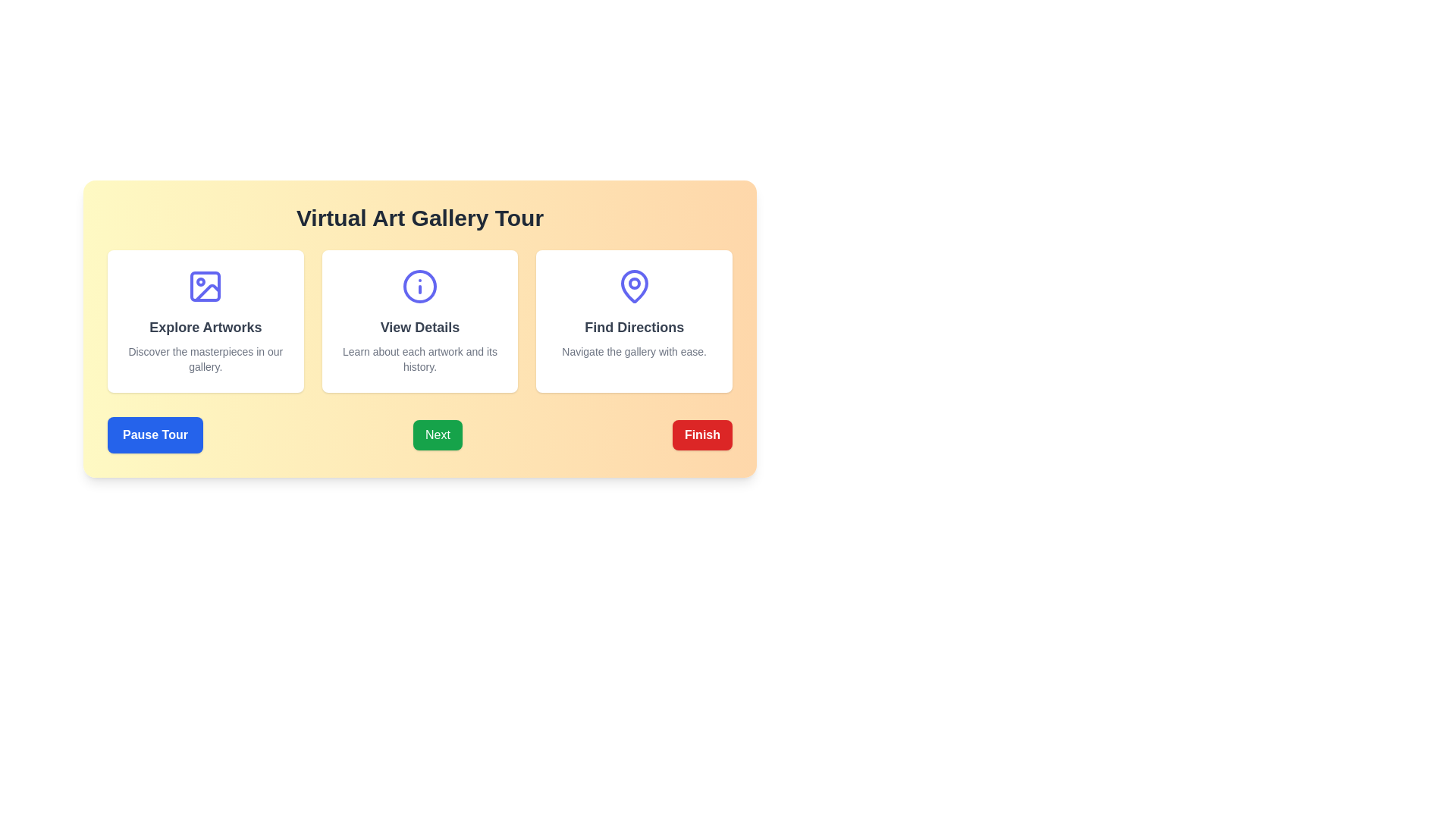  I want to click on the decorative icon at the top-center of the first card in the 'Explore Artworks' section, so click(205, 287).